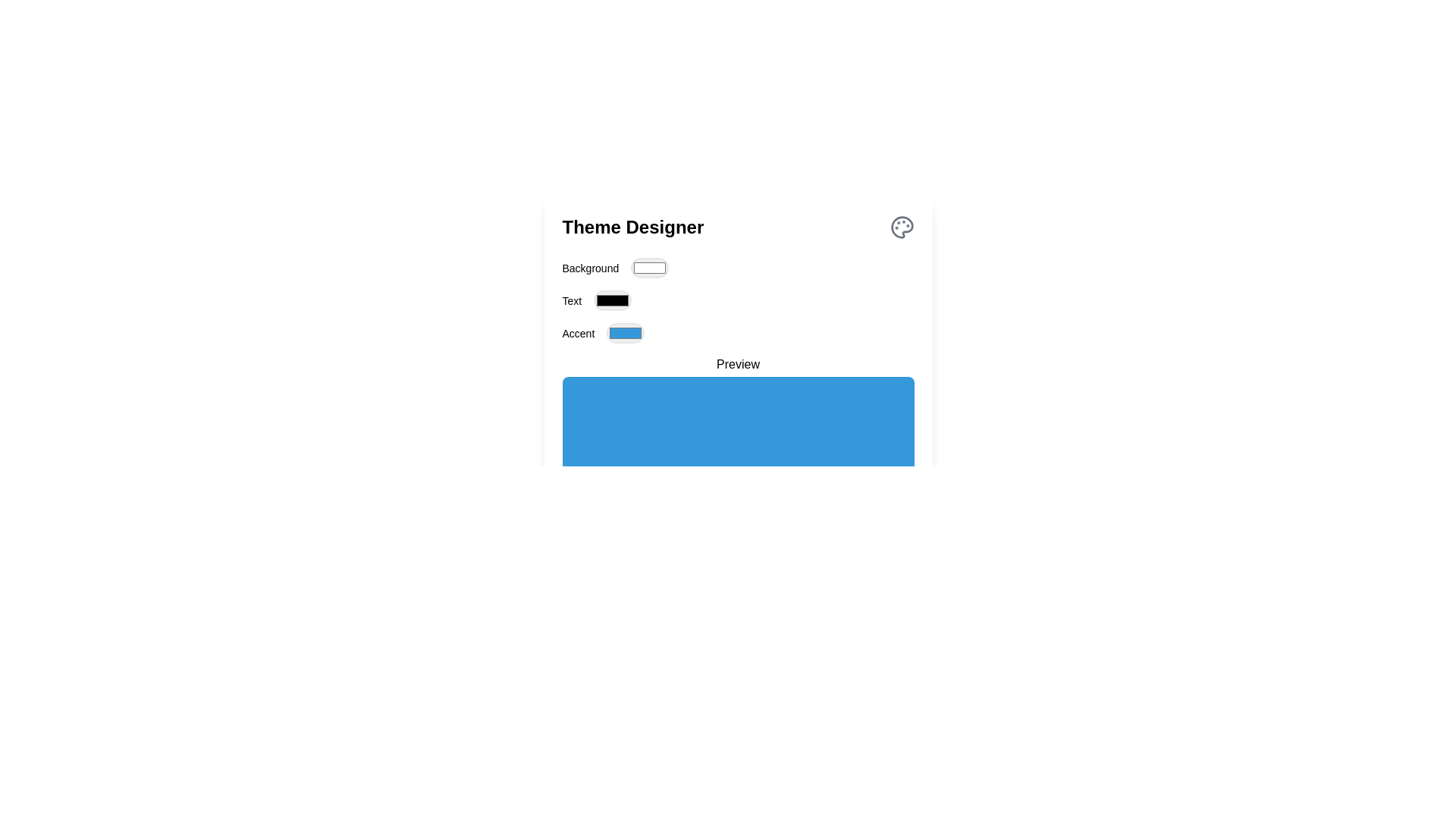 The height and width of the screenshot is (819, 1456). What do you see at coordinates (626, 332) in the screenshot?
I see `the circular blue Color input button located to the right of the 'Accent' label` at bounding box center [626, 332].